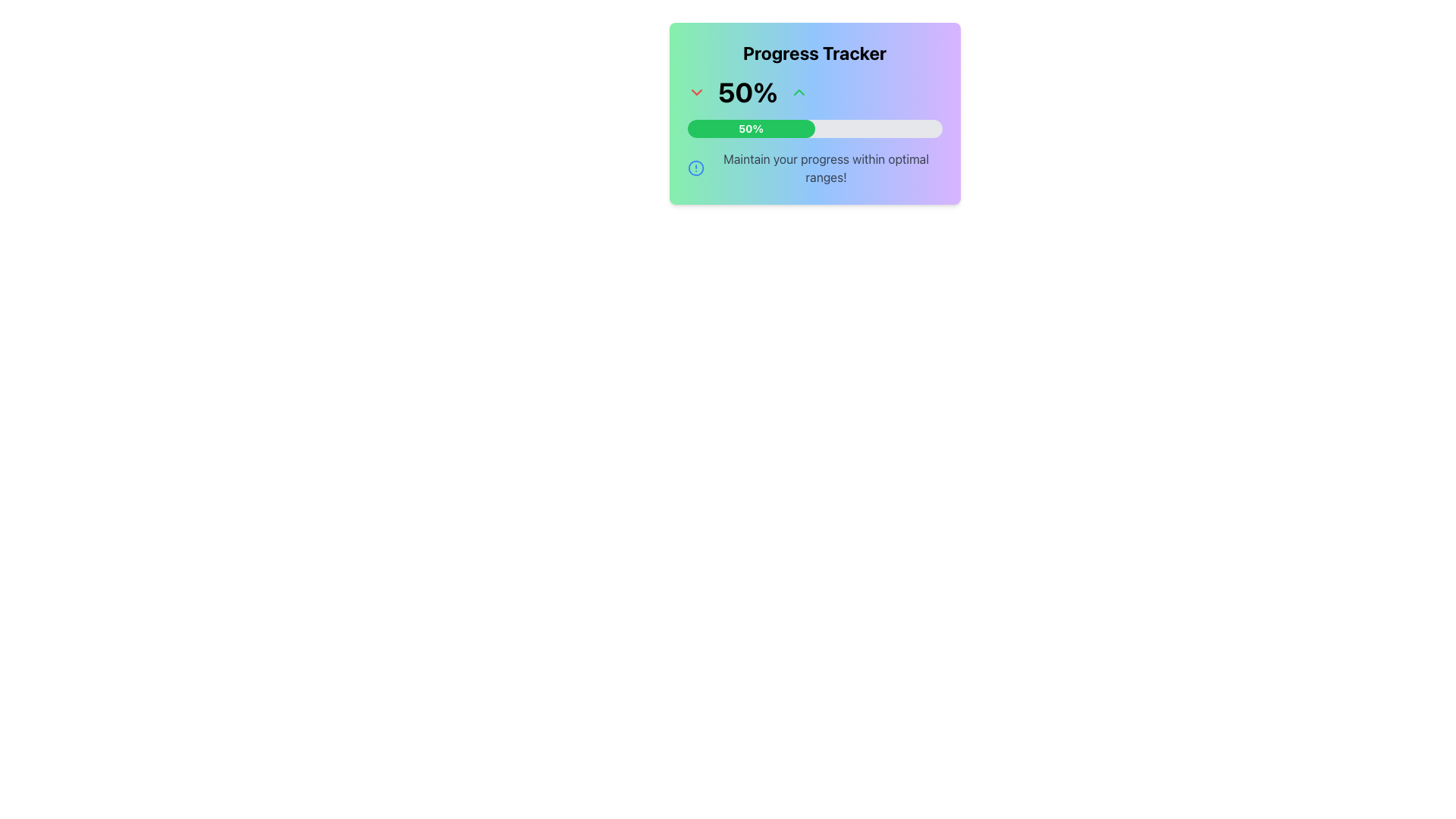  What do you see at coordinates (695, 93) in the screenshot?
I see `the Dropdown Icon located immediately to the left of the '50%' text` at bounding box center [695, 93].